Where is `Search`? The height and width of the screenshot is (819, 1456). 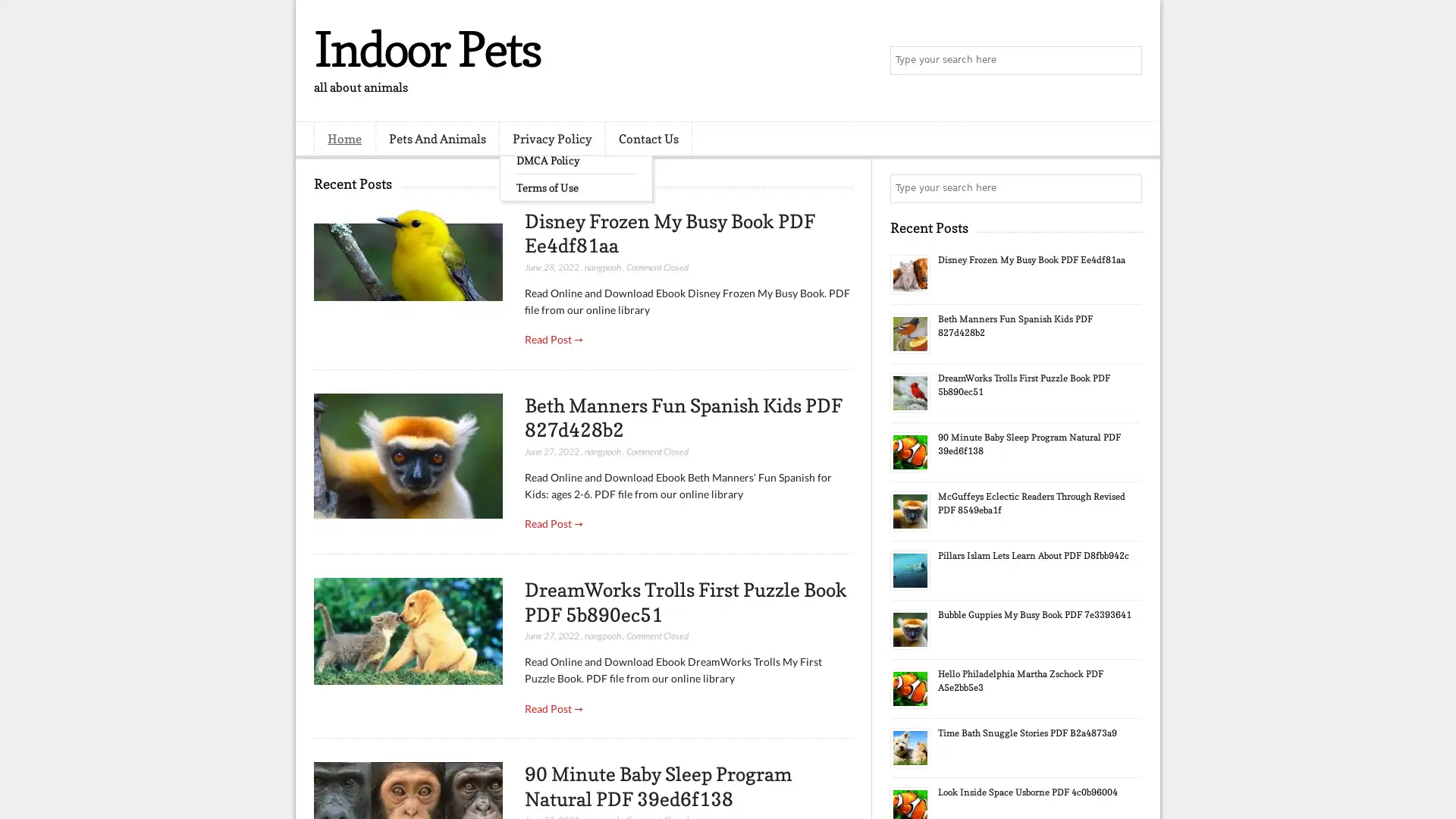
Search is located at coordinates (1126, 188).